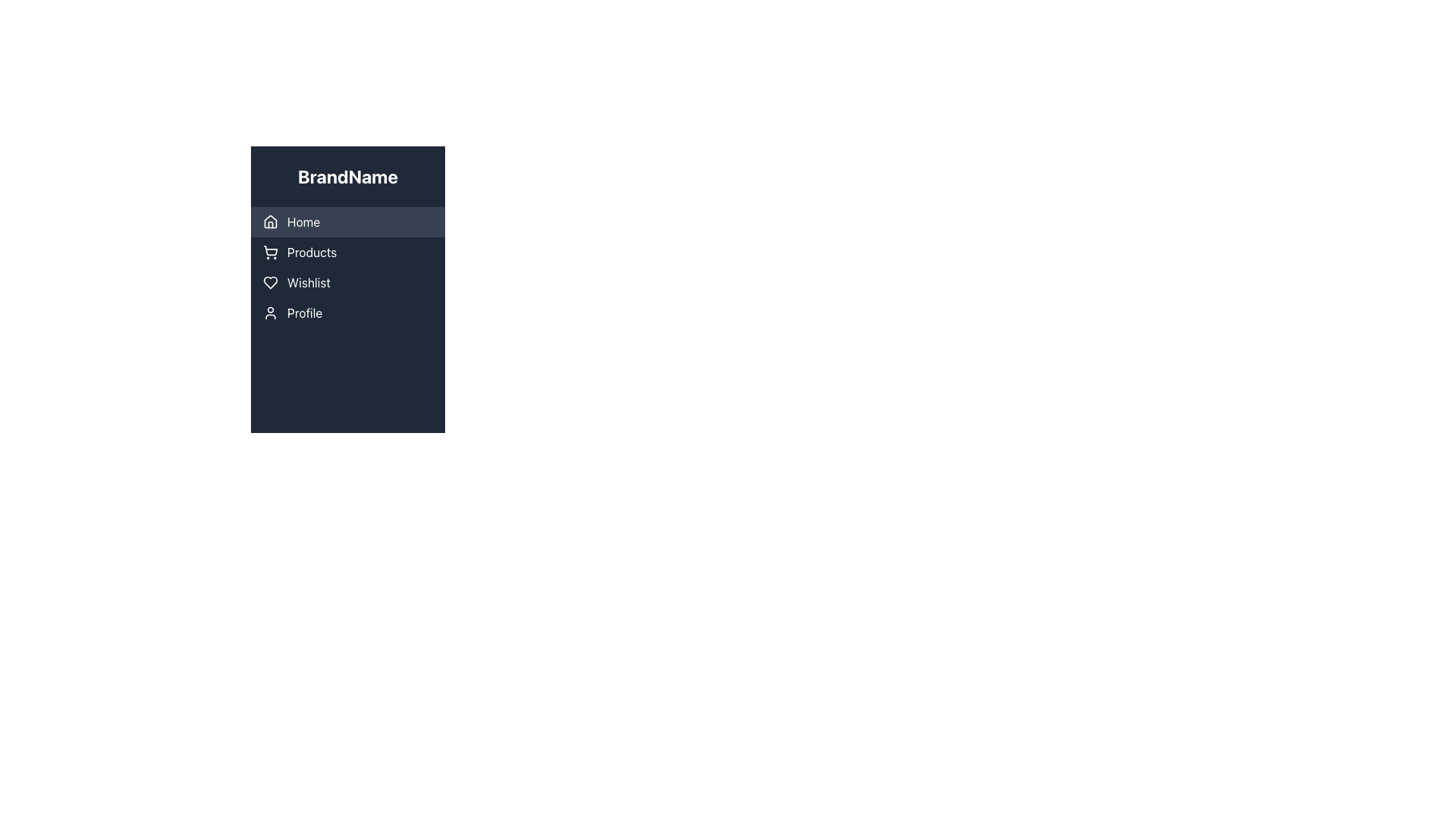 The image size is (1456, 819). I want to click on the 'Profile' label in the sidebar navigation, which is the last menu entry and positioned to the right of the user icon within the fourth item of the vertical navigation list, so click(304, 312).